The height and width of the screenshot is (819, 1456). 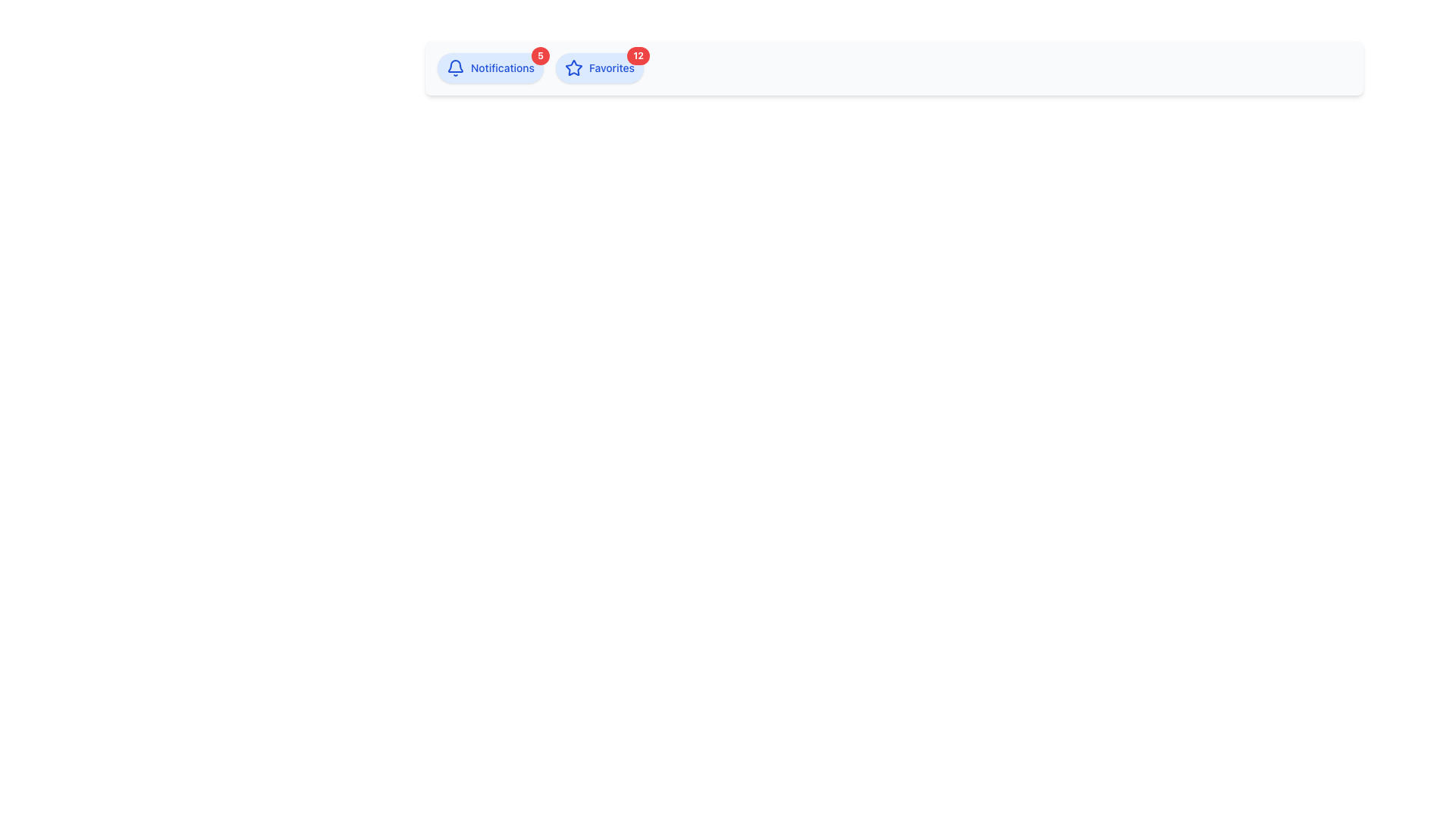 I want to click on the numerical notification badge that overlays the 'Favorites' button, so click(x=638, y=55).